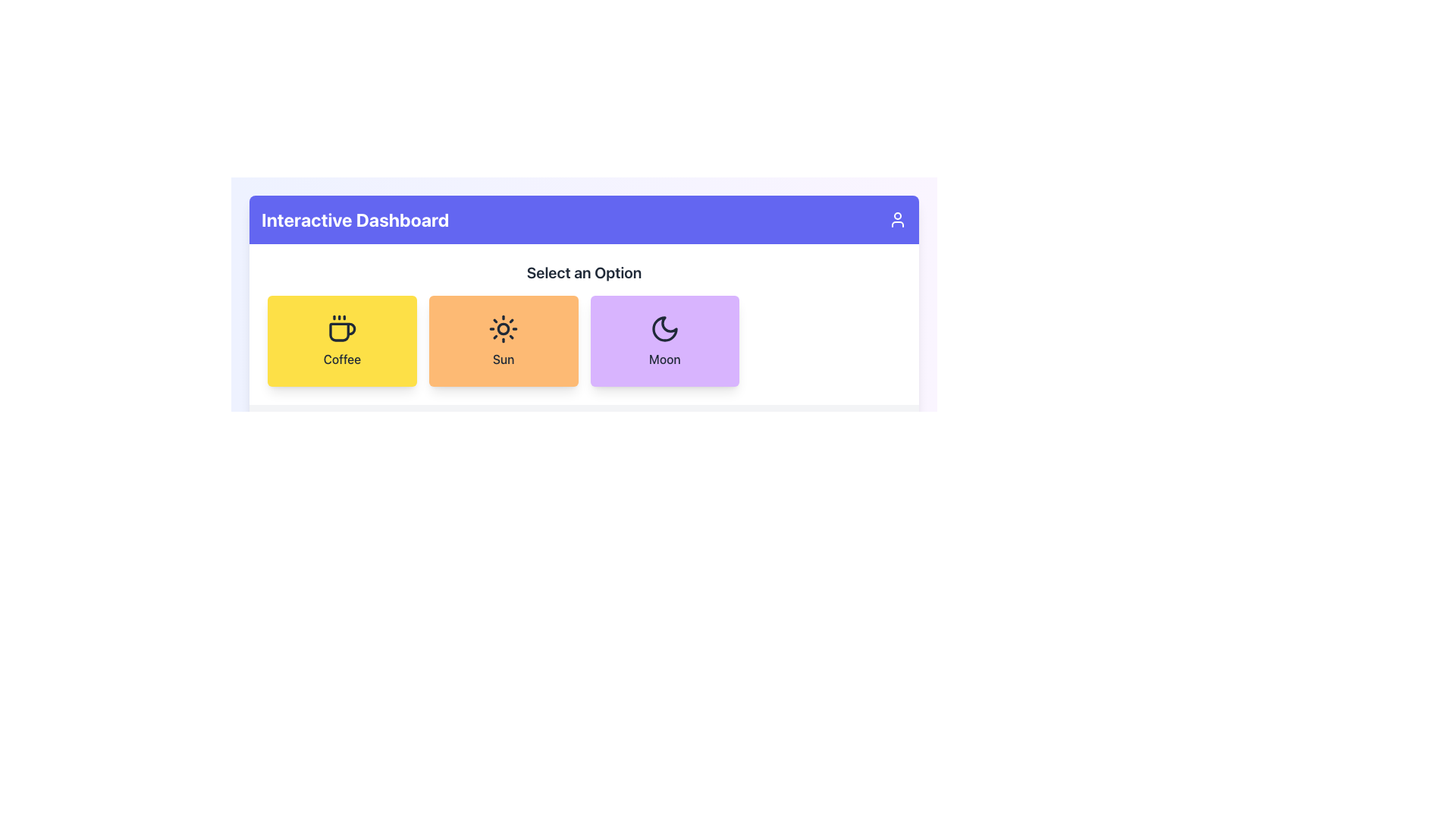 Image resolution: width=1456 pixels, height=819 pixels. What do you see at coordinates (664, 328) in the screenshot?
I see `the 'Moon' theme icon located at the rightmost position of three horizontal buttons` at bounding box center [664, 328].